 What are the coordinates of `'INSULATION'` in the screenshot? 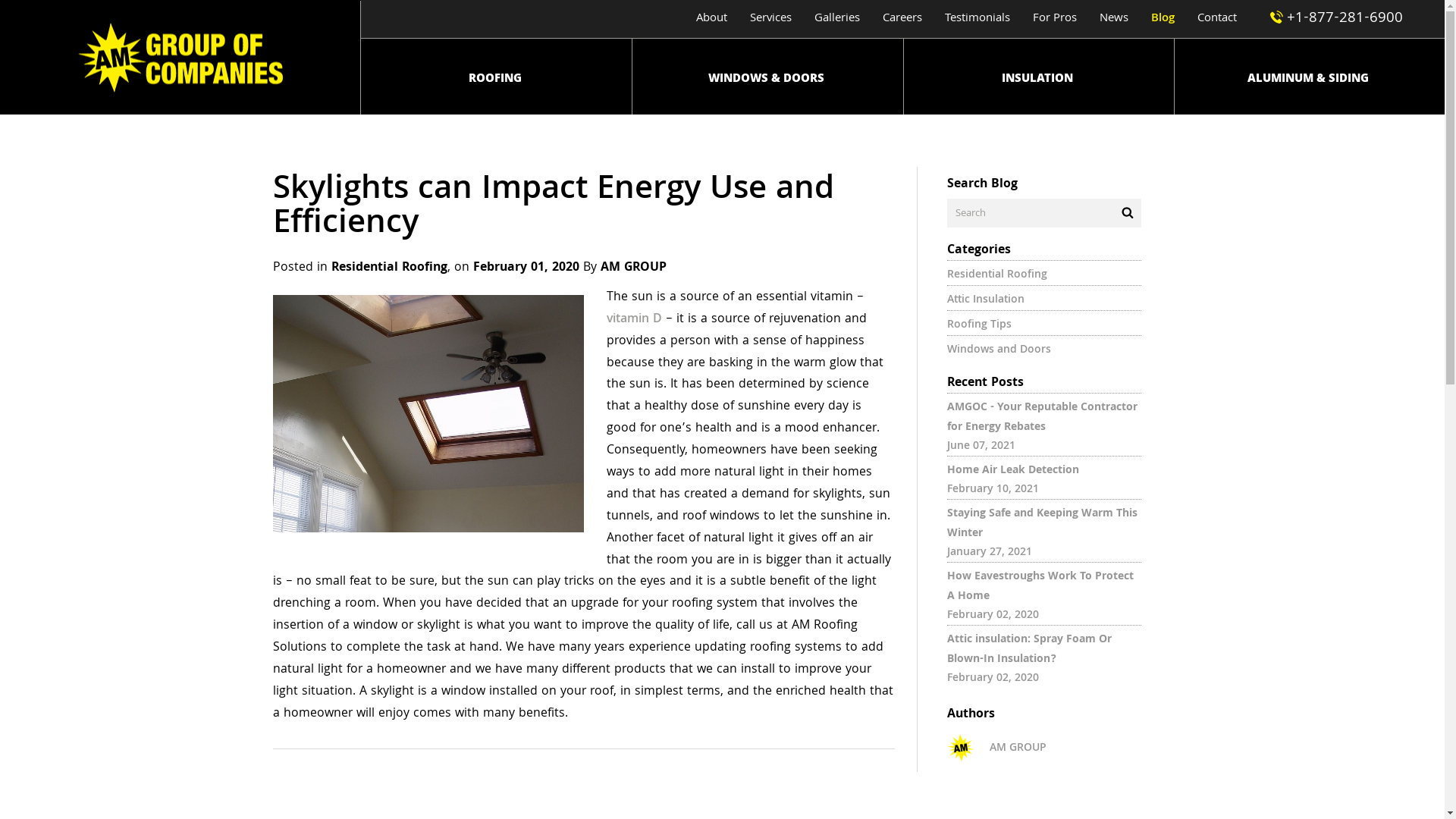 It's located at (1037, 76).